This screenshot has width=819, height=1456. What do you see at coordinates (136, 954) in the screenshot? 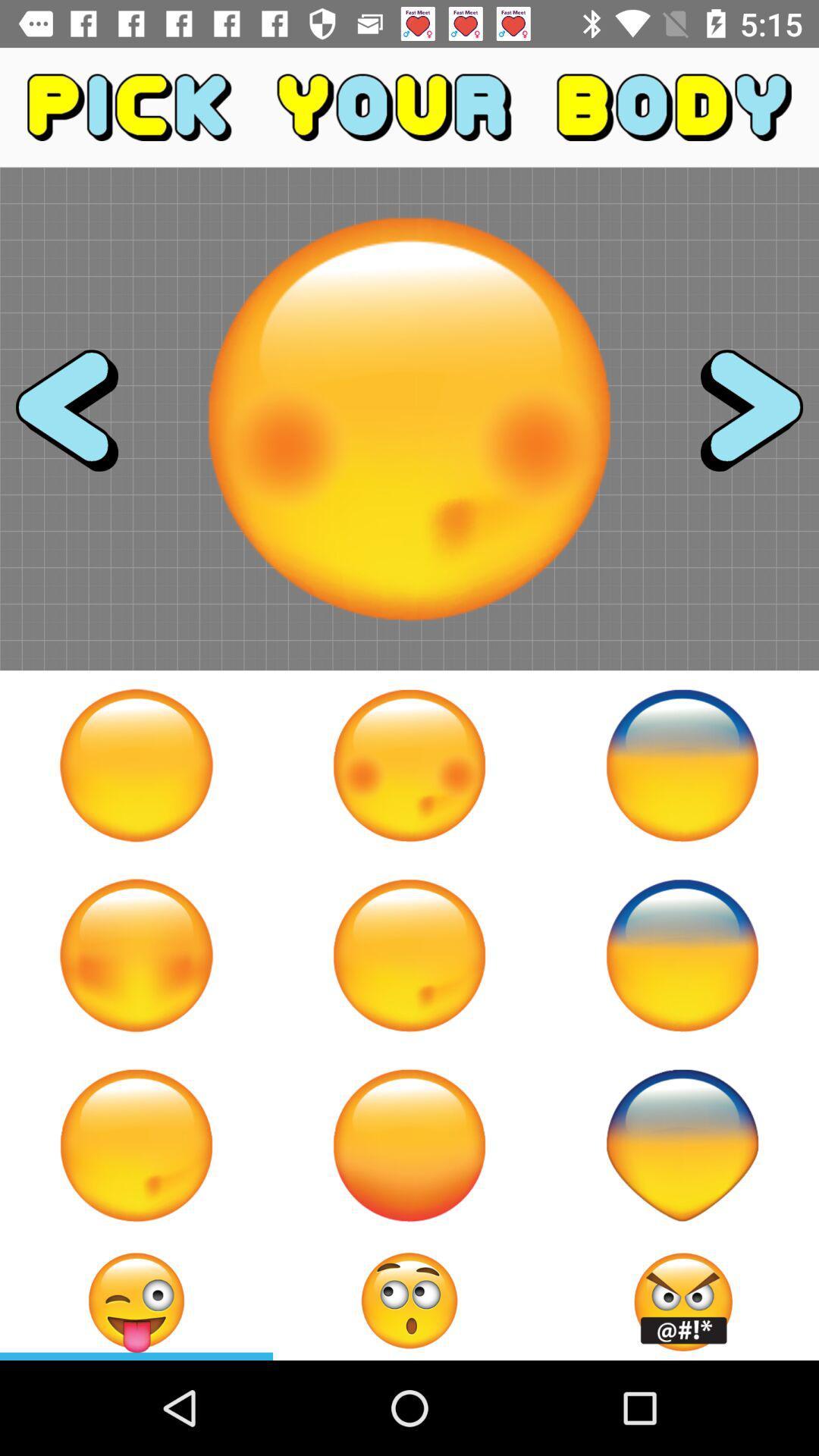
I see `funny video` at bounding box center [136, 954].